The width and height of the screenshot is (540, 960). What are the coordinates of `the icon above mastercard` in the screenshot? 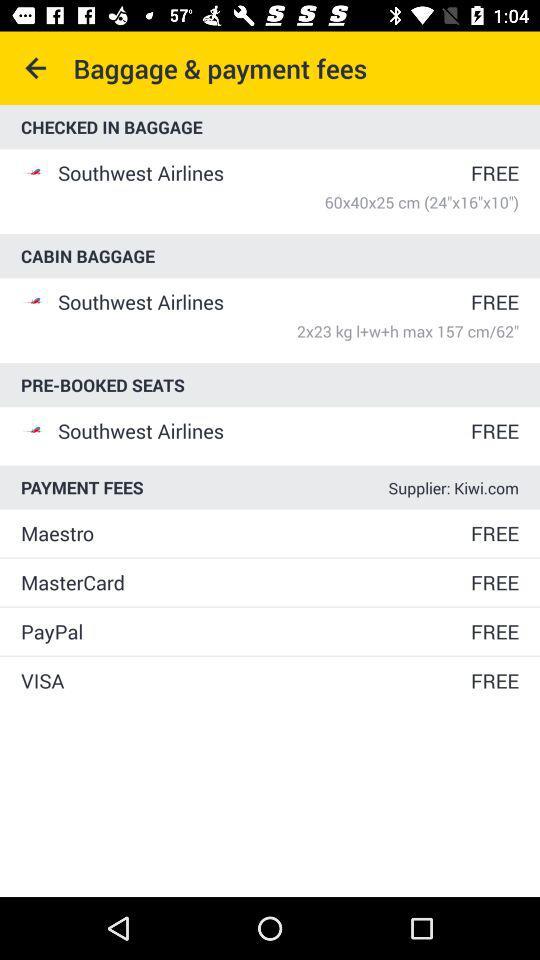 It's located at (244, 532).